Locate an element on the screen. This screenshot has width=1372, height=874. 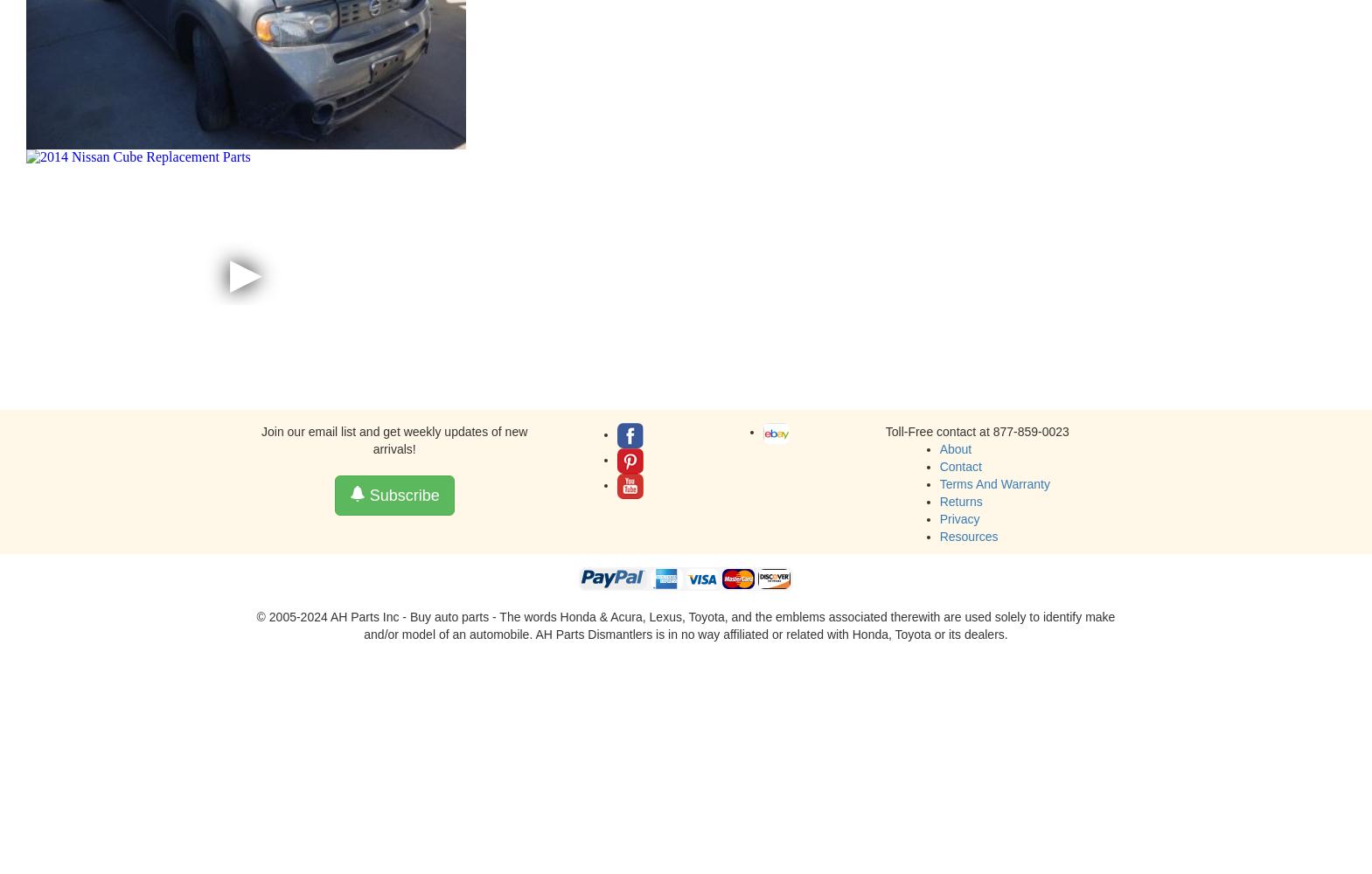
'Subscribe' is located at coordinates (400, 494).